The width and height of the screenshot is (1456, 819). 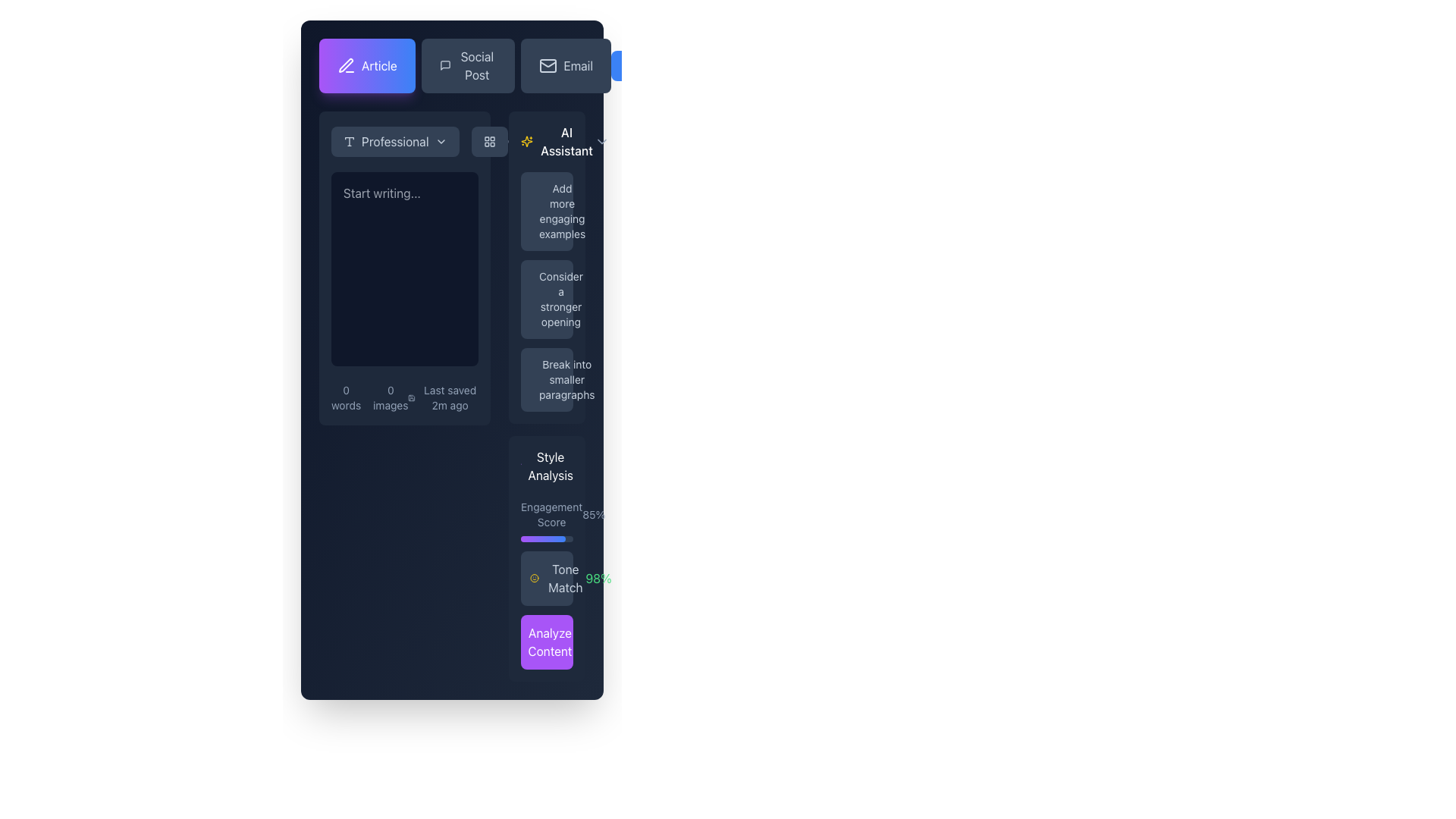 What do you see at coordinates (546, 538) in the screenshot?
I see `the progress visually on the horizontal progress bar located in the 'Style Analysis' section, which has a dark slate background and a gradient-filled sub-bar indicating 85% completion` at bounding box center [546, 538].